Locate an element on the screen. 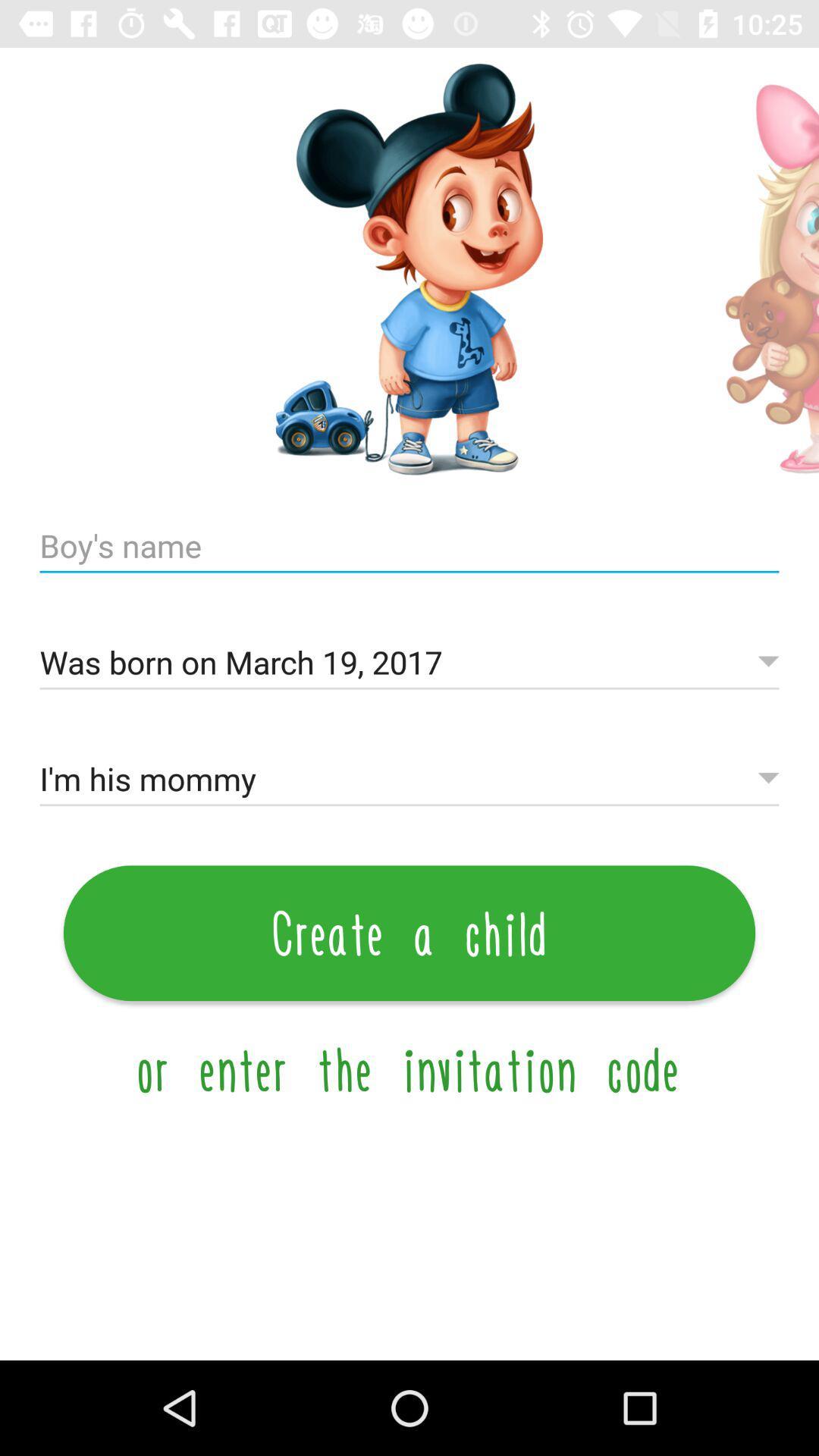 This screenshot has height=1456, width=819. item above the or enter the item is located at coordinates (409, 932).